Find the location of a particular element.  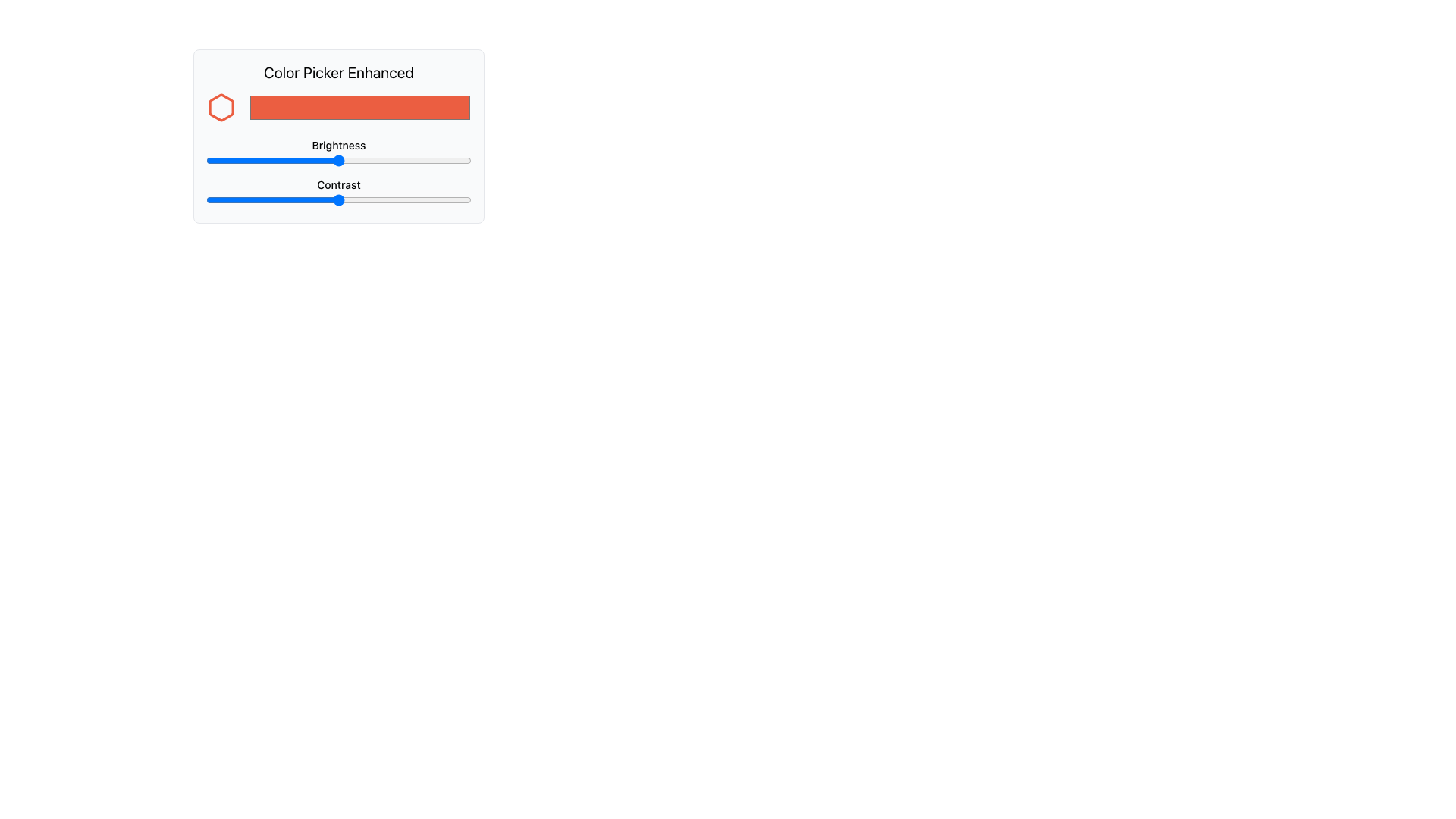

the contrast value is located at coordinates (327, 199).